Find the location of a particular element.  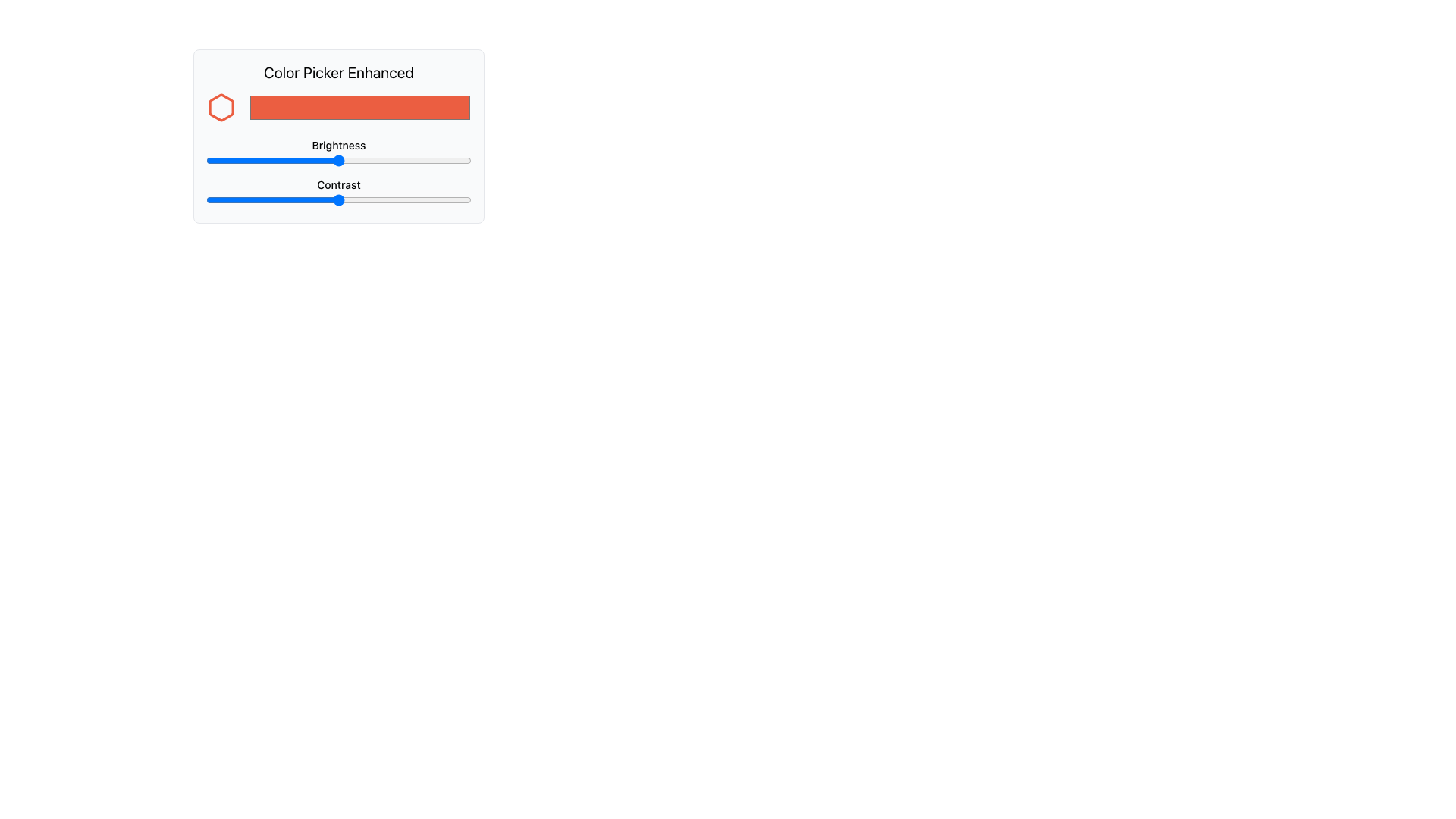

the contrast value is located at coordinates (327, 199).